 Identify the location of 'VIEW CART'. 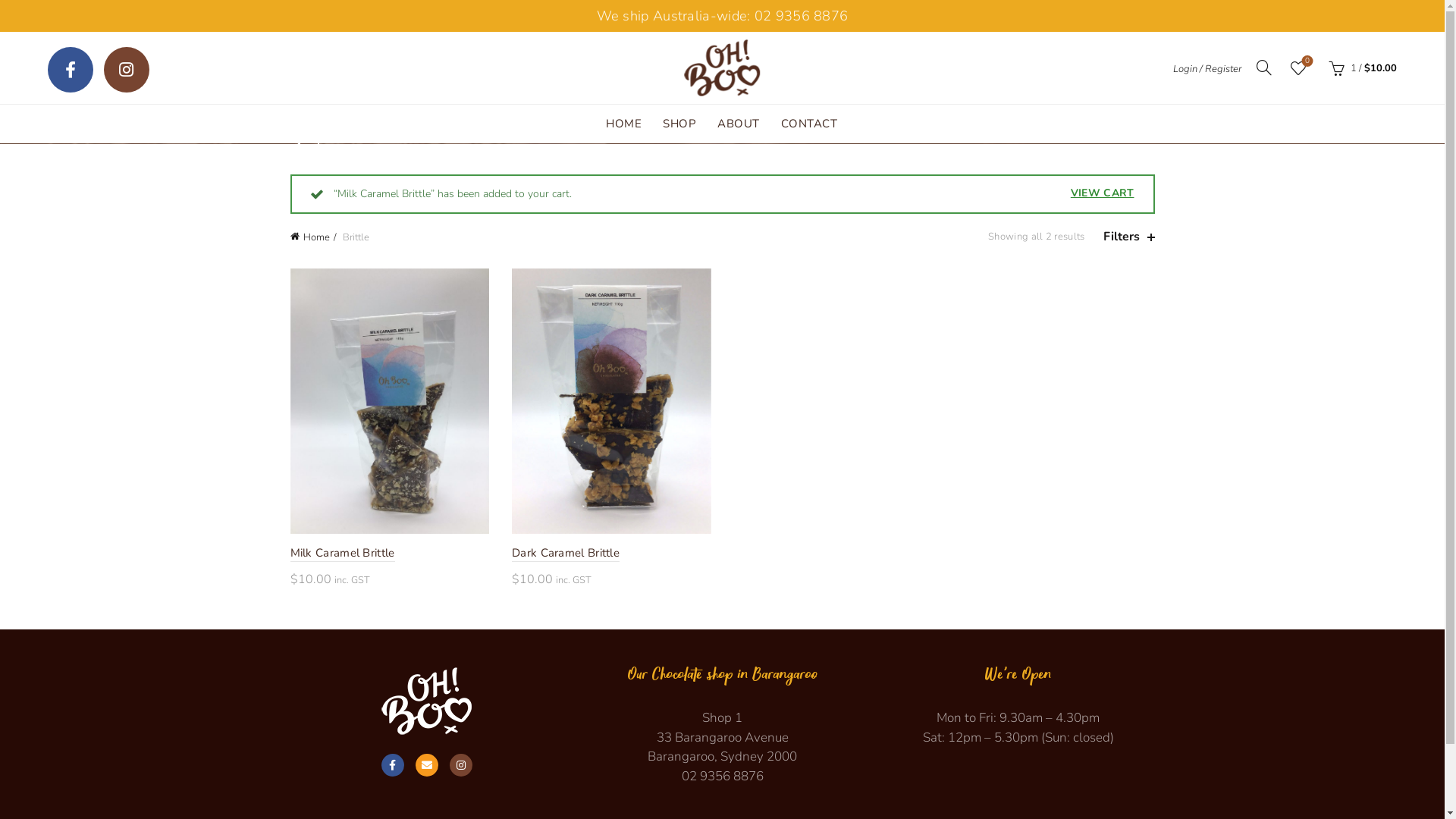
(1103, 192).